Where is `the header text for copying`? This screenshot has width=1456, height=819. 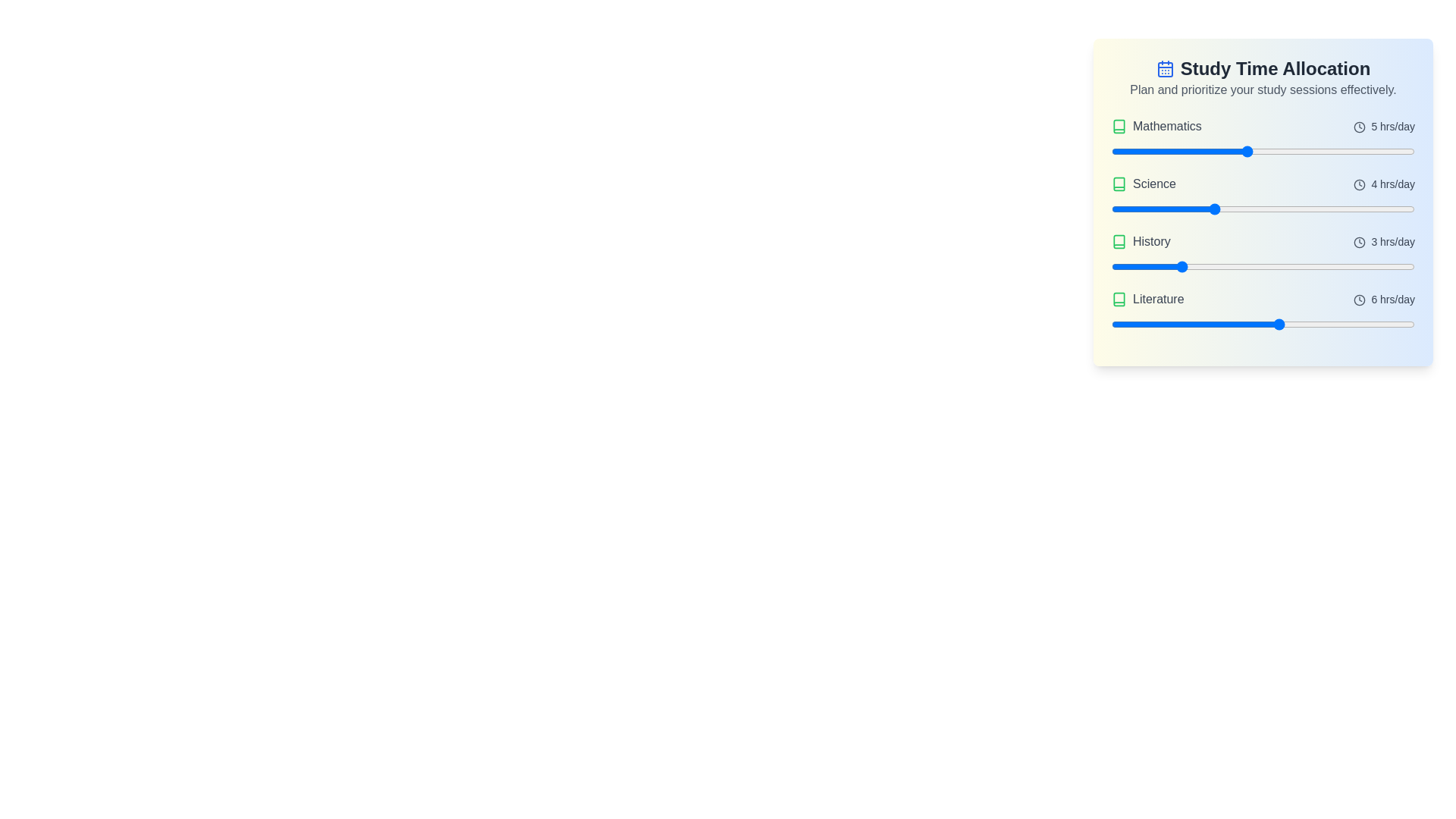
the header text for copying is located at coordinates (1263, 69).